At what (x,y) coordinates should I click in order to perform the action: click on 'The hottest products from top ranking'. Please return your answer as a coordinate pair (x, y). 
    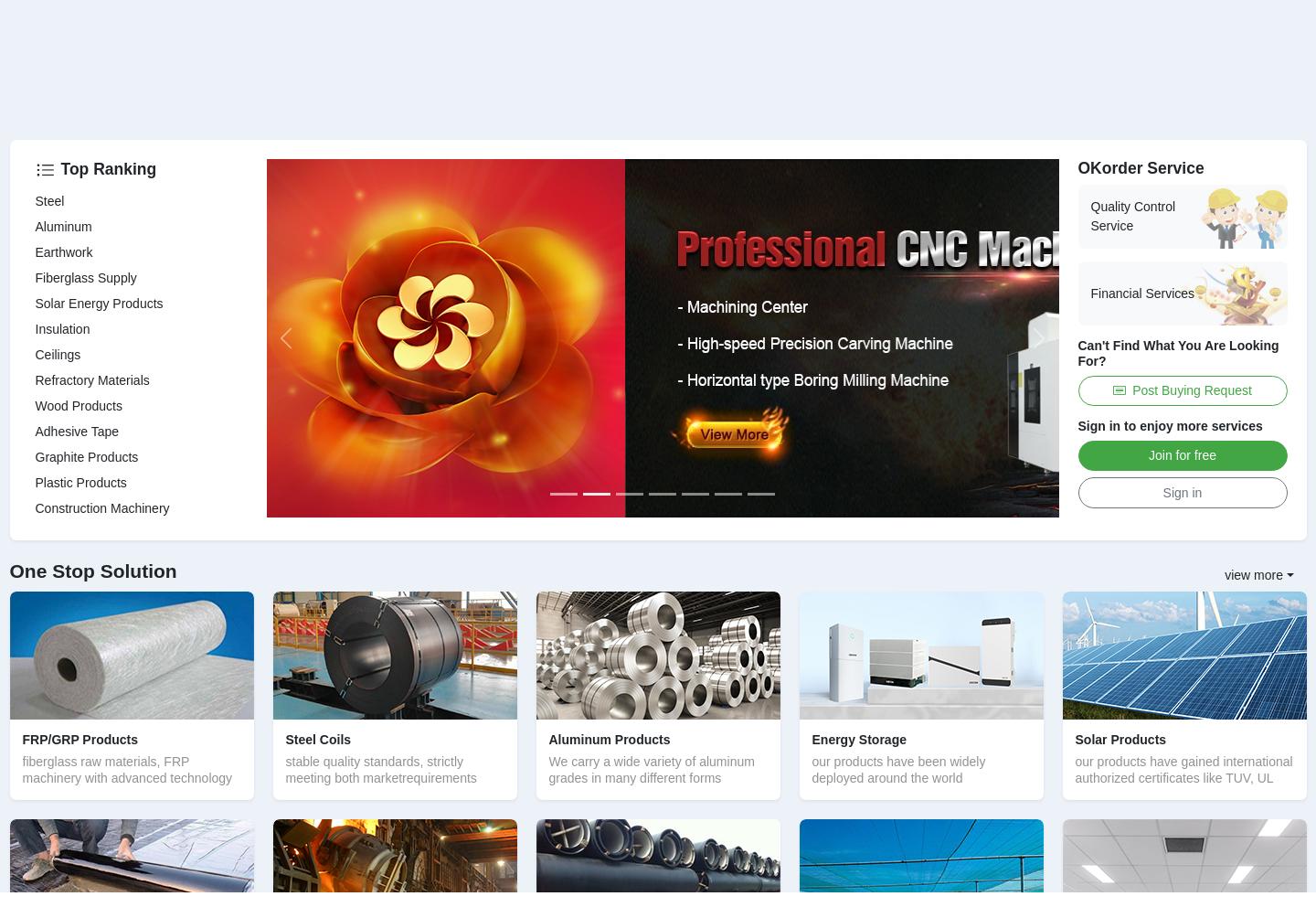
    Looking at the image, I should click on (143, 613).